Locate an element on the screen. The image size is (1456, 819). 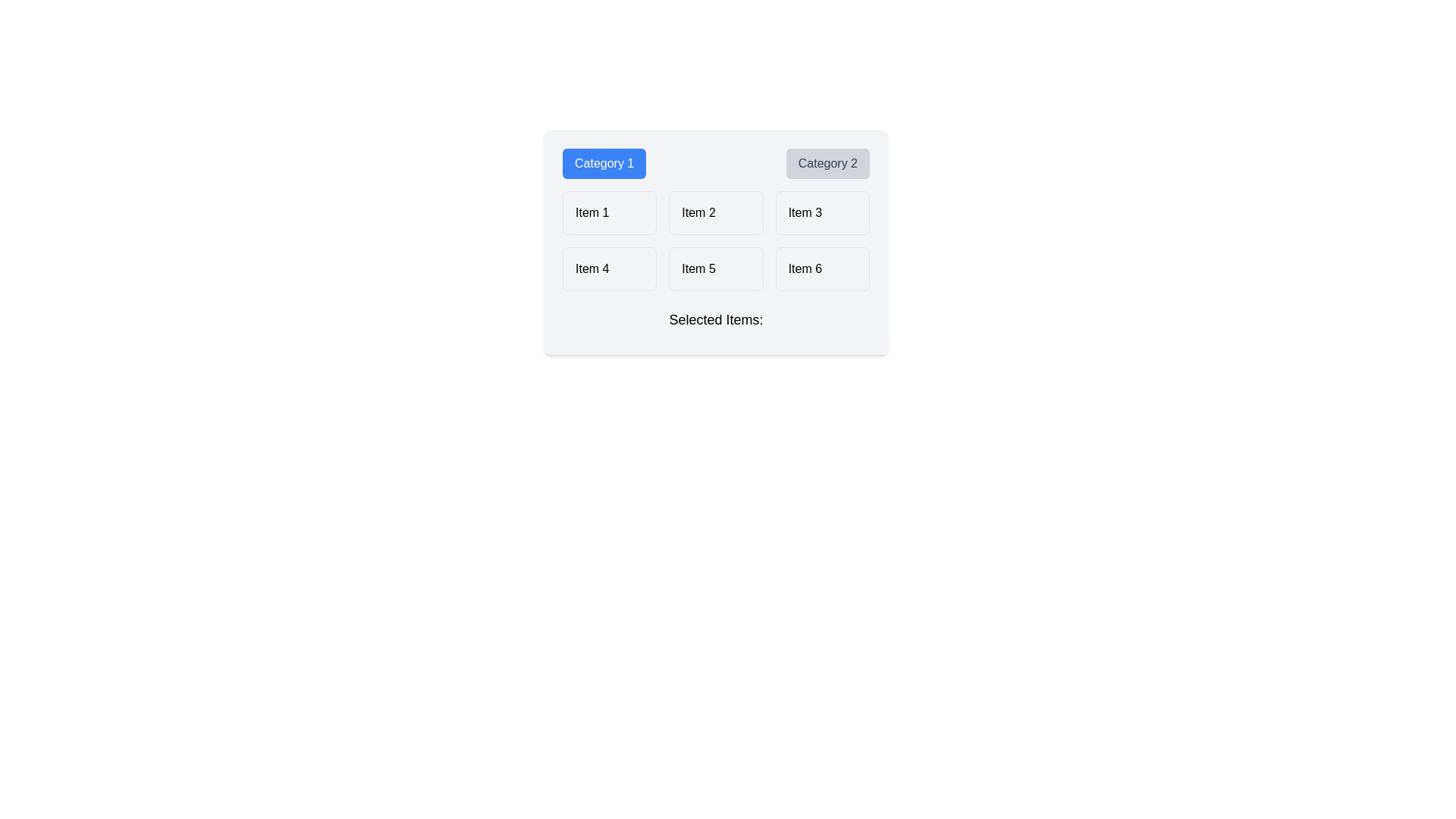
the button positioned in the second column of the second row of the grid layout, related to 'Item 5' is located at coordinates (715, 268).